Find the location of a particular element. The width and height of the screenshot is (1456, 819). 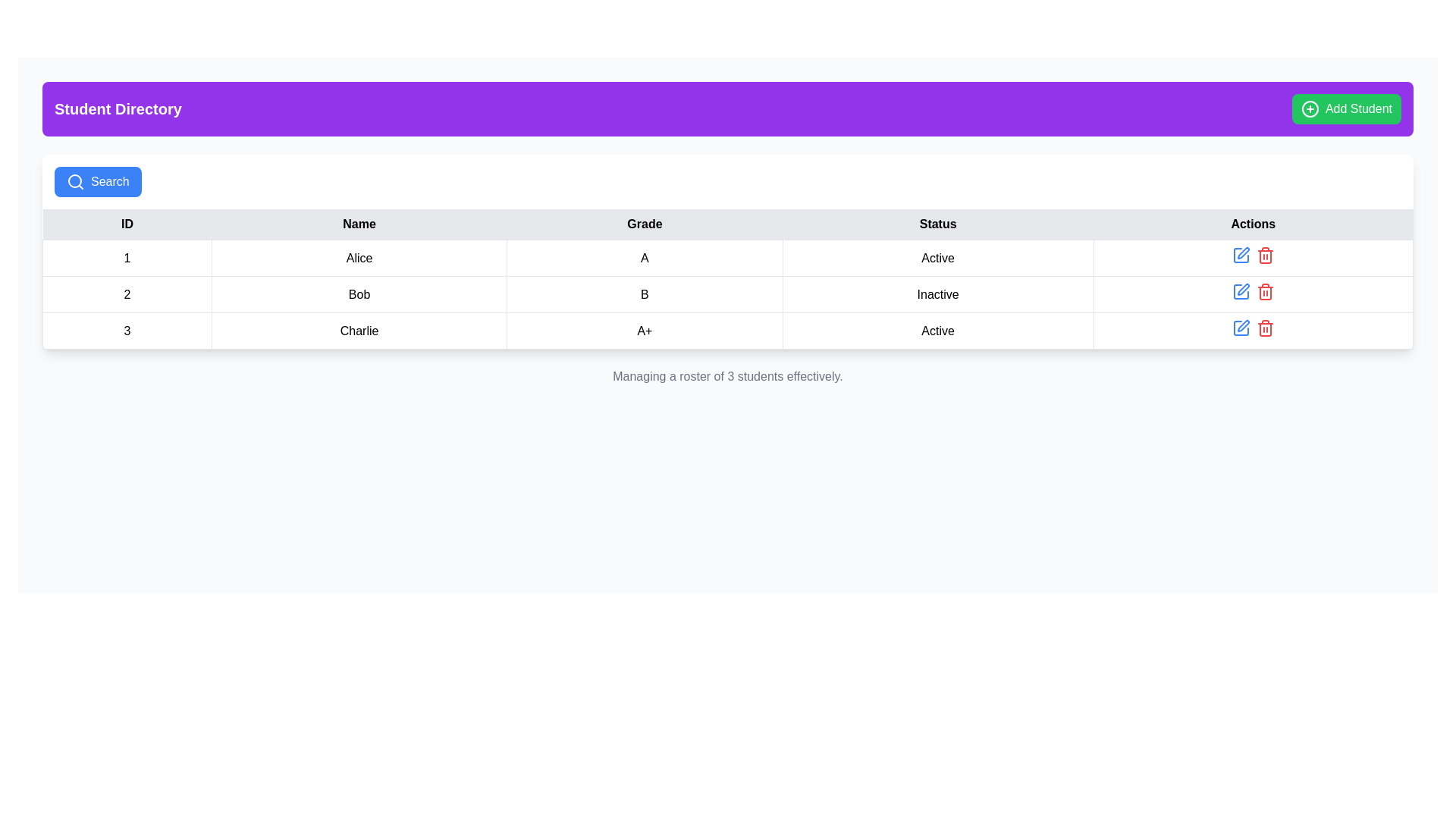

the non-interactive text label displaying the grade of the student named 'Bob' in the third cell of the table's 'Grade' column is located at coordinates (645, 294).